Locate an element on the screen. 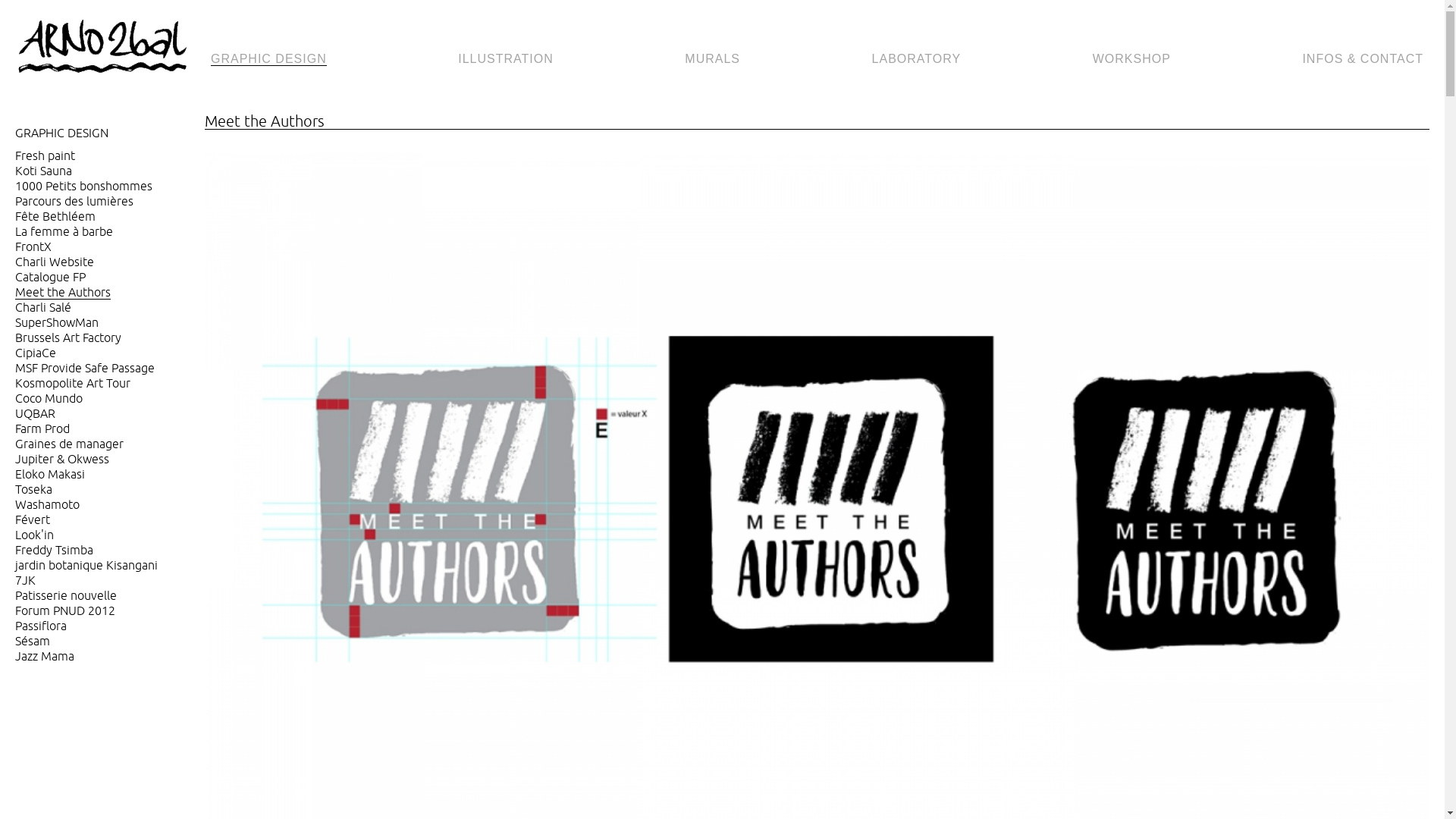 The height and width of the screenshot is (819, 1456). 'Catalogue FP' is located at coordinates (50, 277).